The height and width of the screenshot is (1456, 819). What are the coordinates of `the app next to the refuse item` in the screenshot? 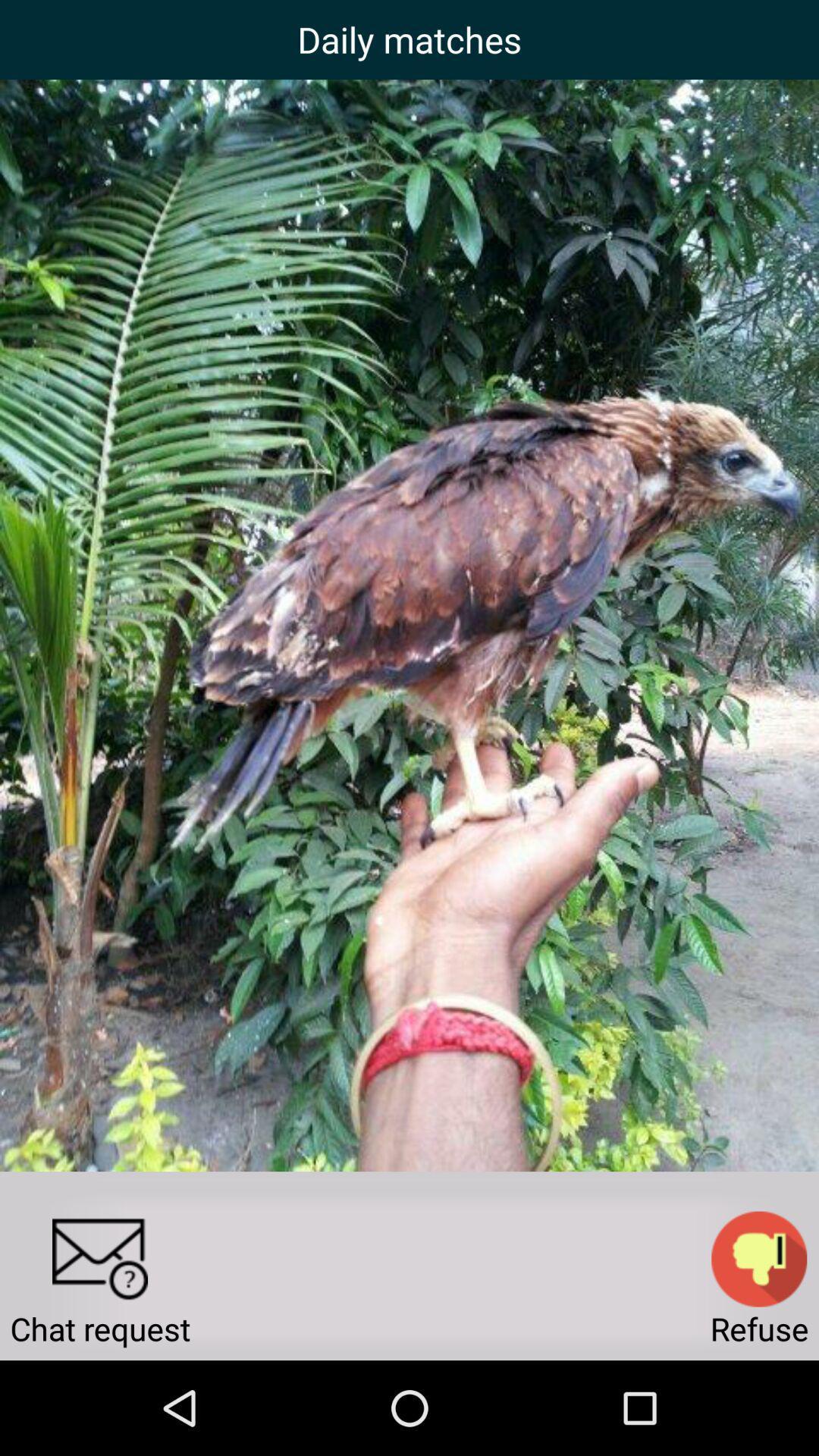 It's located at (99, 1259).